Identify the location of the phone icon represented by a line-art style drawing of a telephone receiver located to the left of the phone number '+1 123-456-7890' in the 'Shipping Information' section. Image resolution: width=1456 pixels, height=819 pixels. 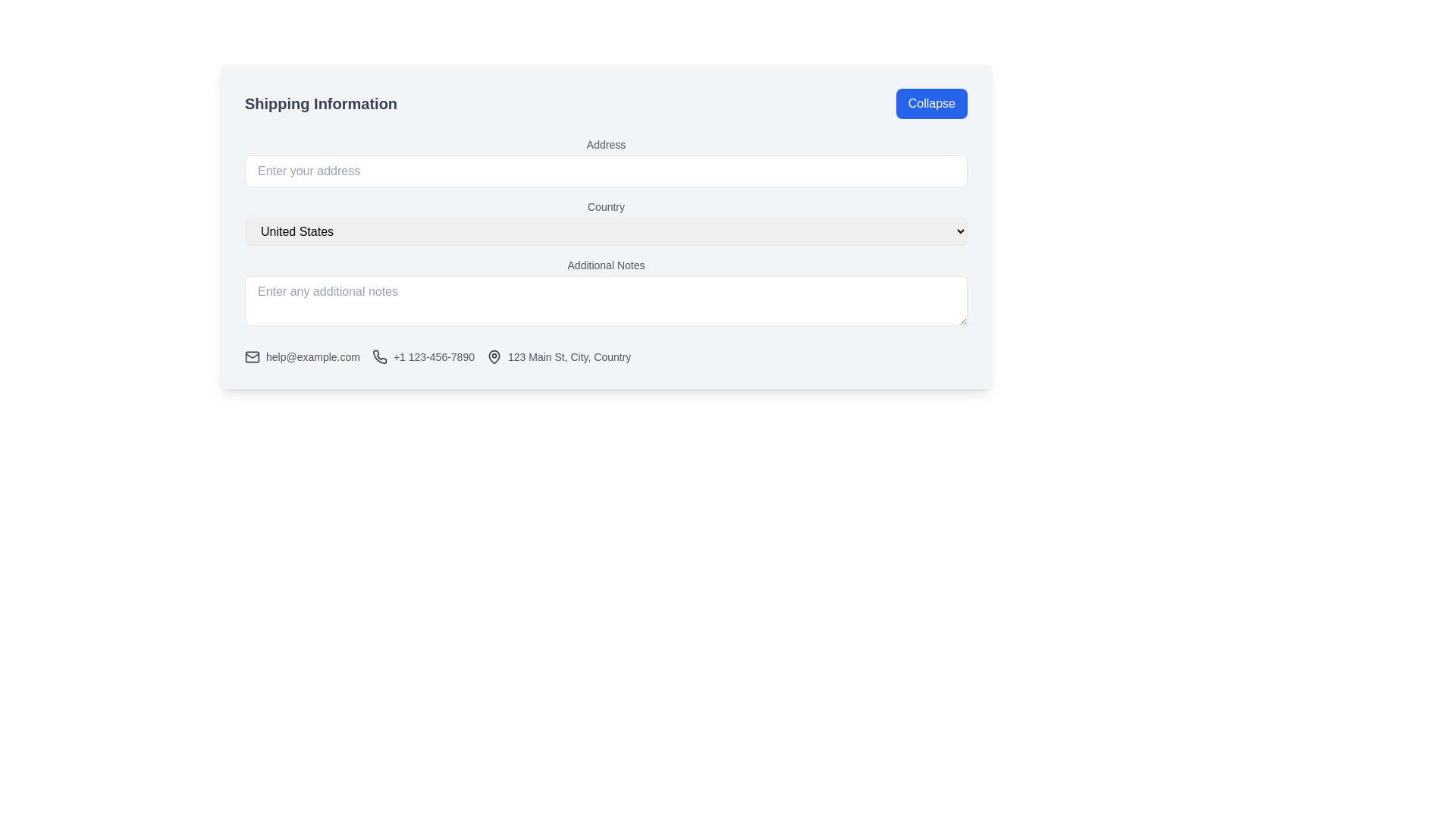
(379, 356).